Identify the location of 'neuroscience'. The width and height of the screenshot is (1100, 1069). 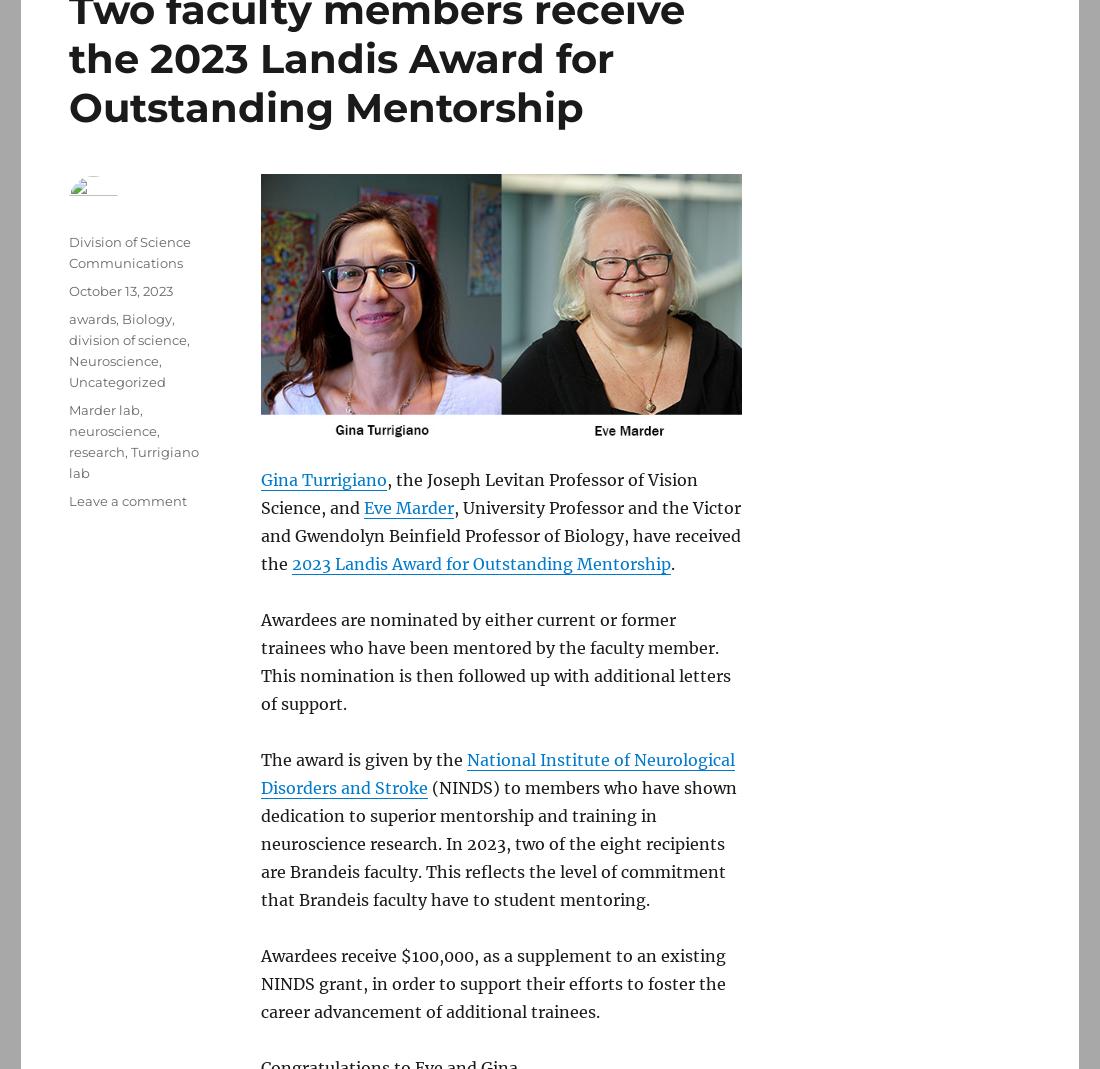
(112, 430).